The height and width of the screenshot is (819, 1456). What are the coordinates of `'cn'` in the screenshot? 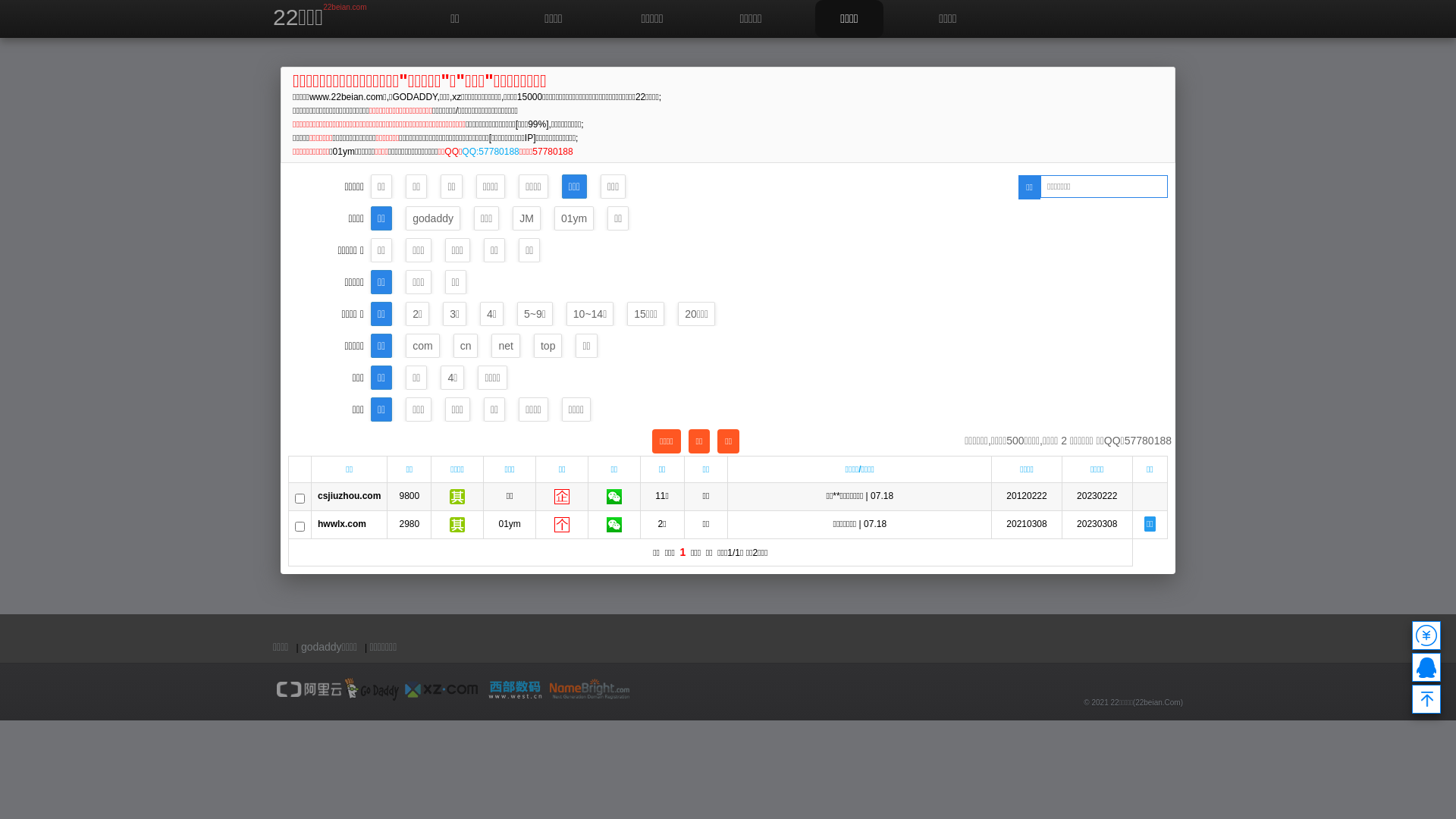 It's located at (465, 345).